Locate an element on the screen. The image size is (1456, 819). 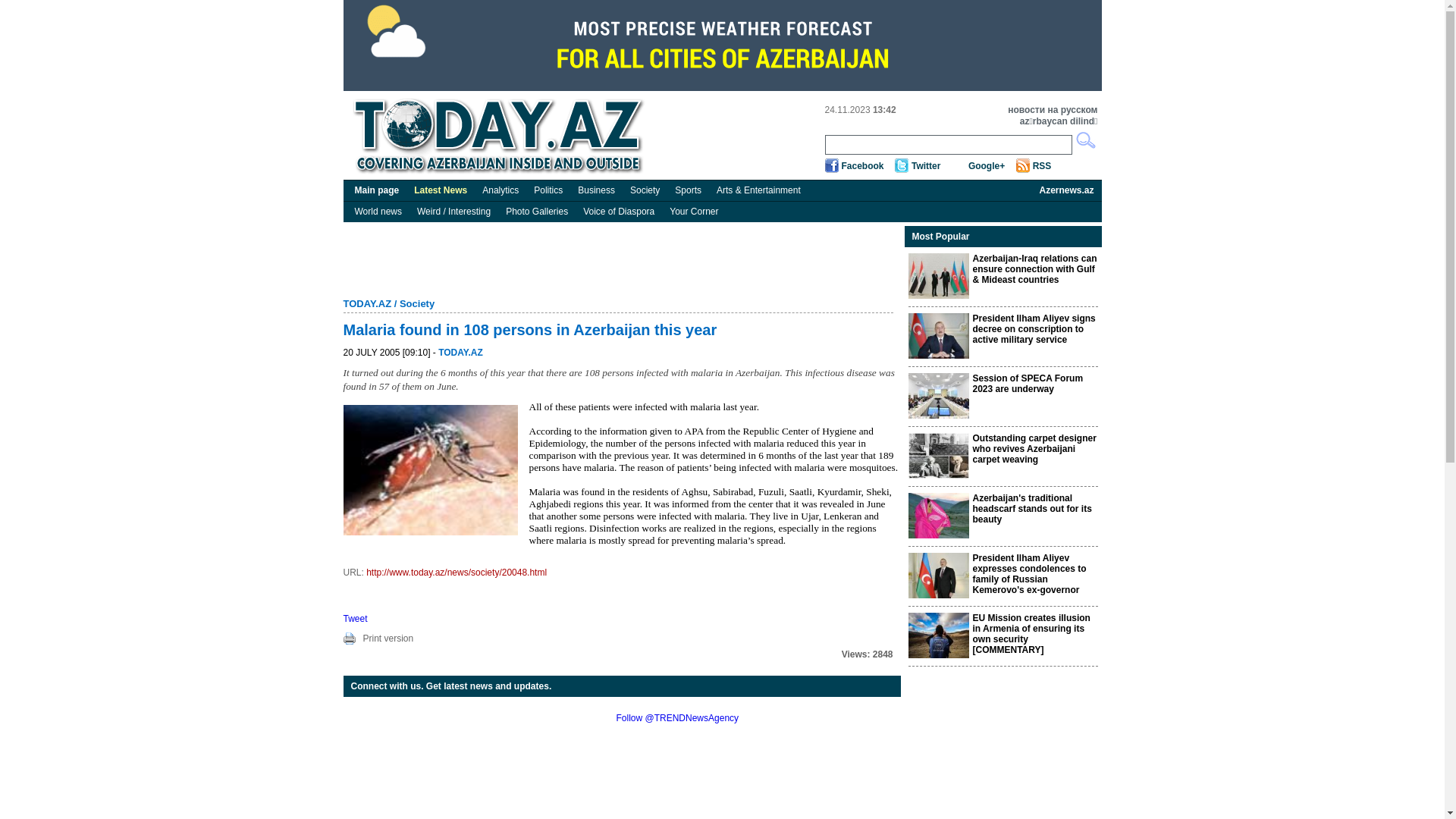
'Sports' is located at coordinates (667, 189).